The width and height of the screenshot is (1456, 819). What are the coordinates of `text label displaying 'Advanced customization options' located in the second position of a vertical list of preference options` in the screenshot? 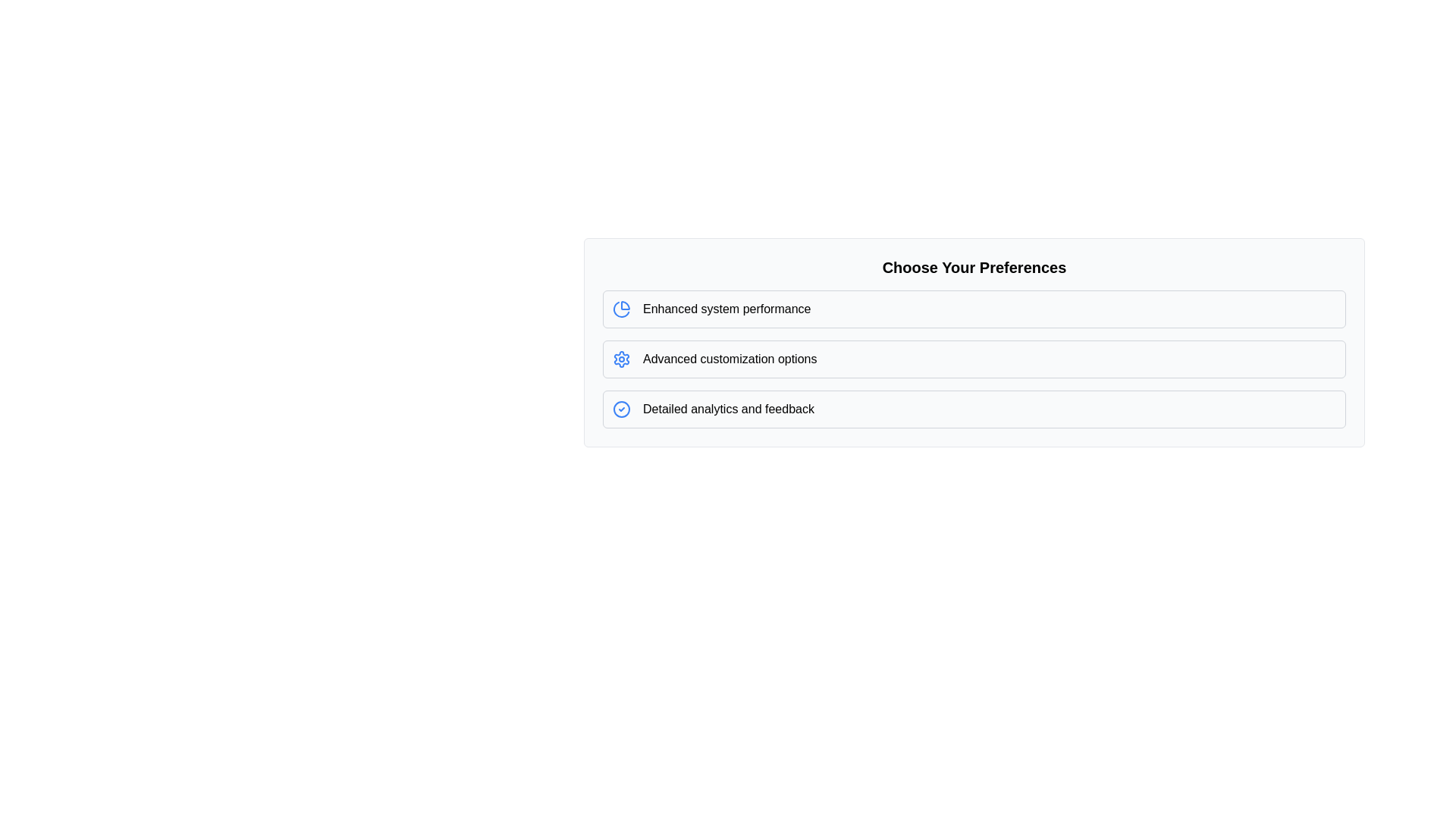 It's located at (730, 359).